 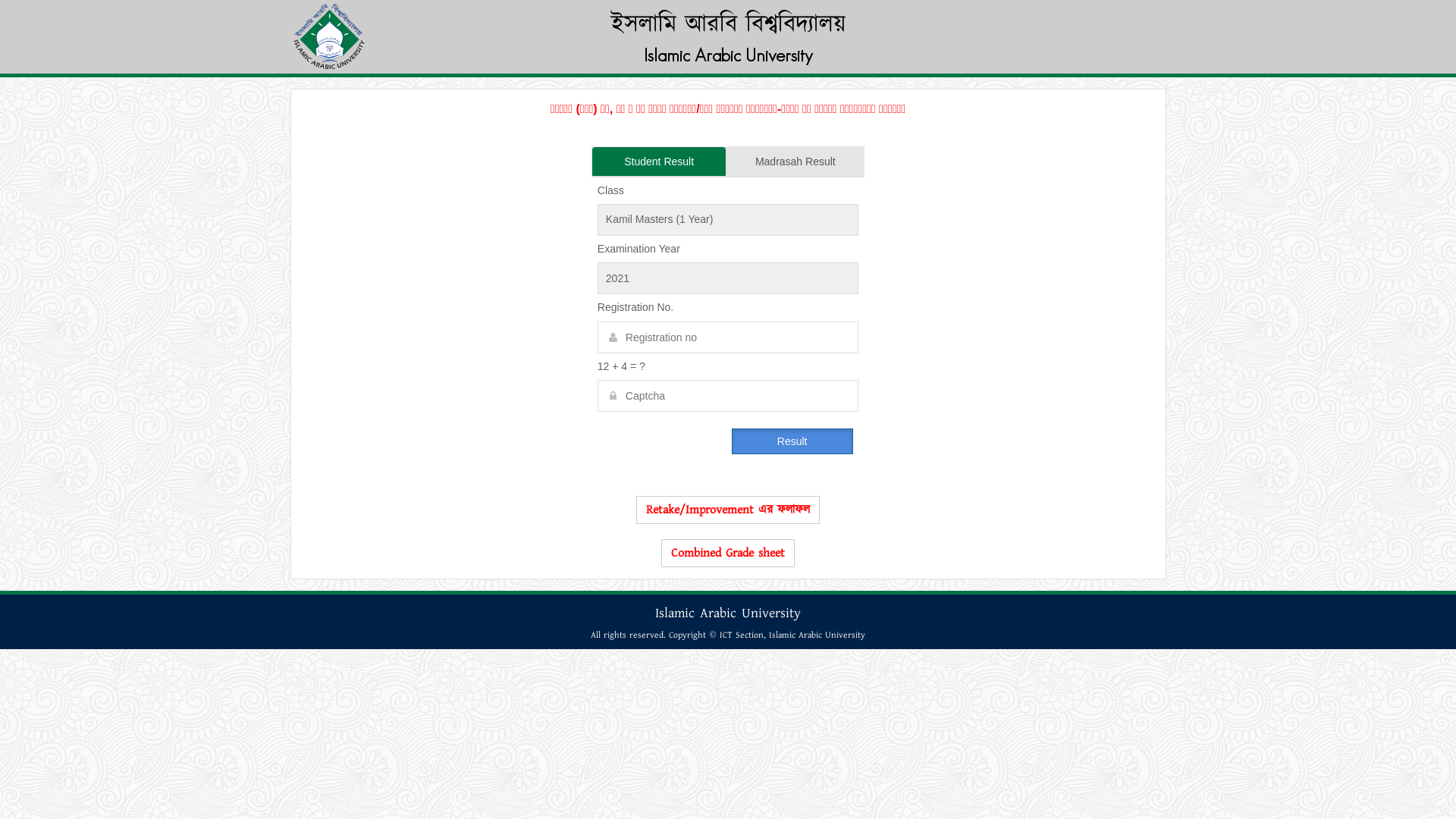 I want to click on 'Result', so click(x=792, y=441).